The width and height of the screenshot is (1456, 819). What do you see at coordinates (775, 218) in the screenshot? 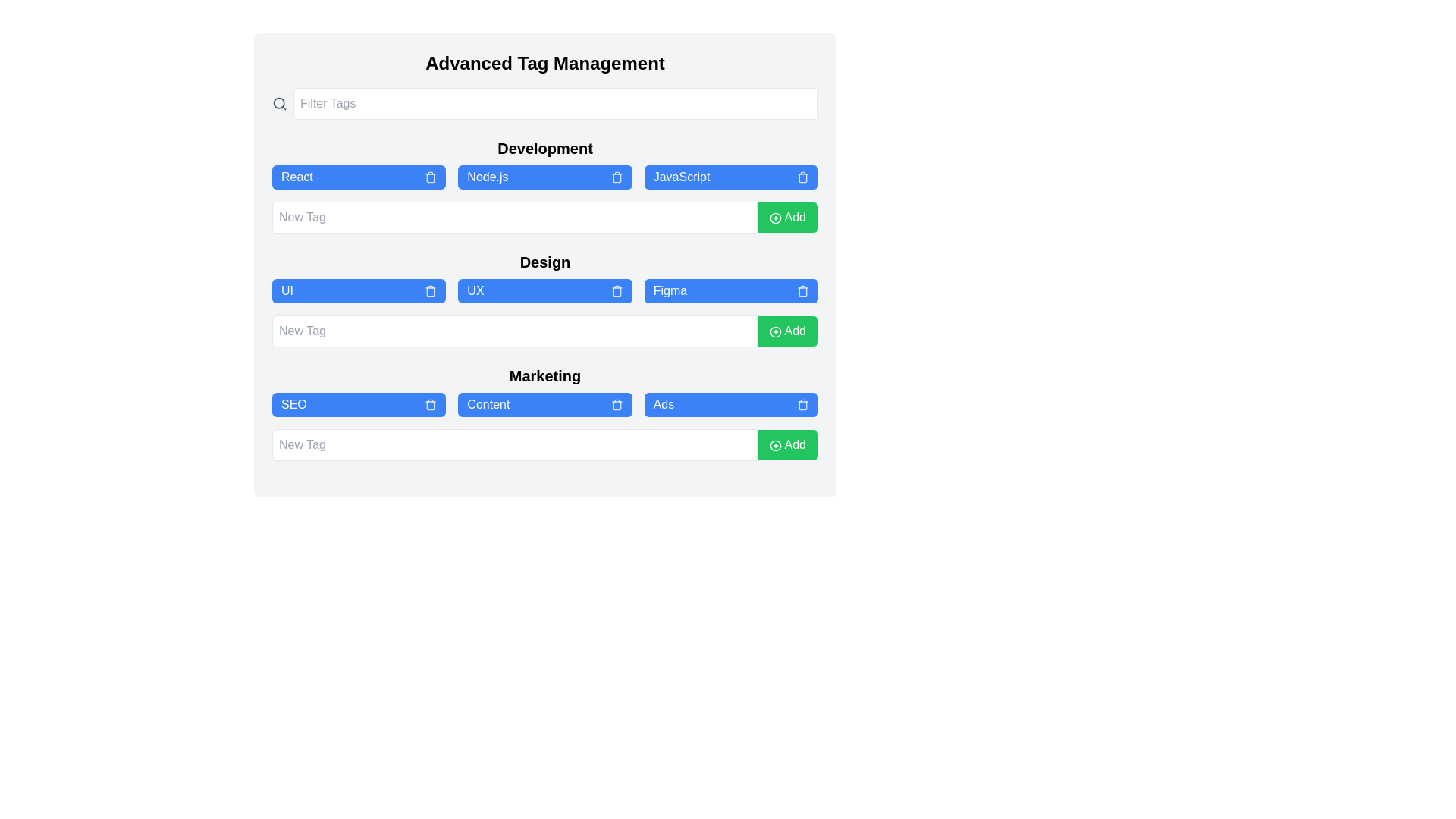
I see `the decorative Circle graphic element in the middle of the 'Add' button located in the 'Development' section of the UI` at bounding box center [775, 218].